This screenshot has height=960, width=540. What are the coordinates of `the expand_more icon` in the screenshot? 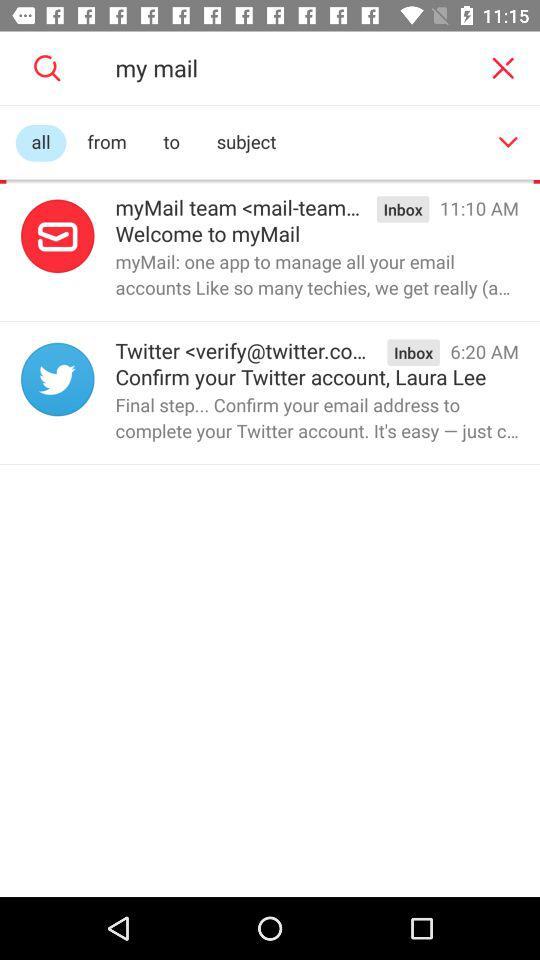 It's located at (508, 141).